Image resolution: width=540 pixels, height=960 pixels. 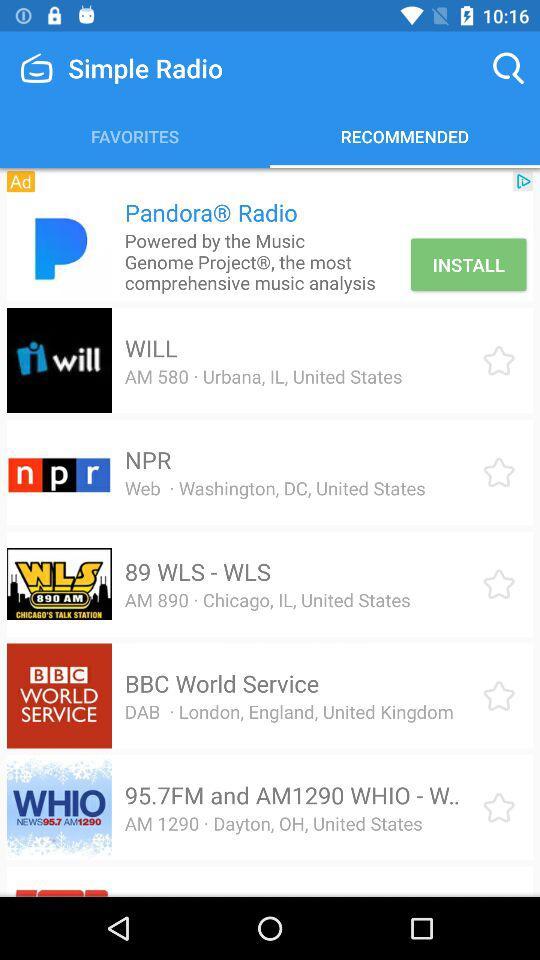 I want to click on the will icon, so click(x=150, y=348).